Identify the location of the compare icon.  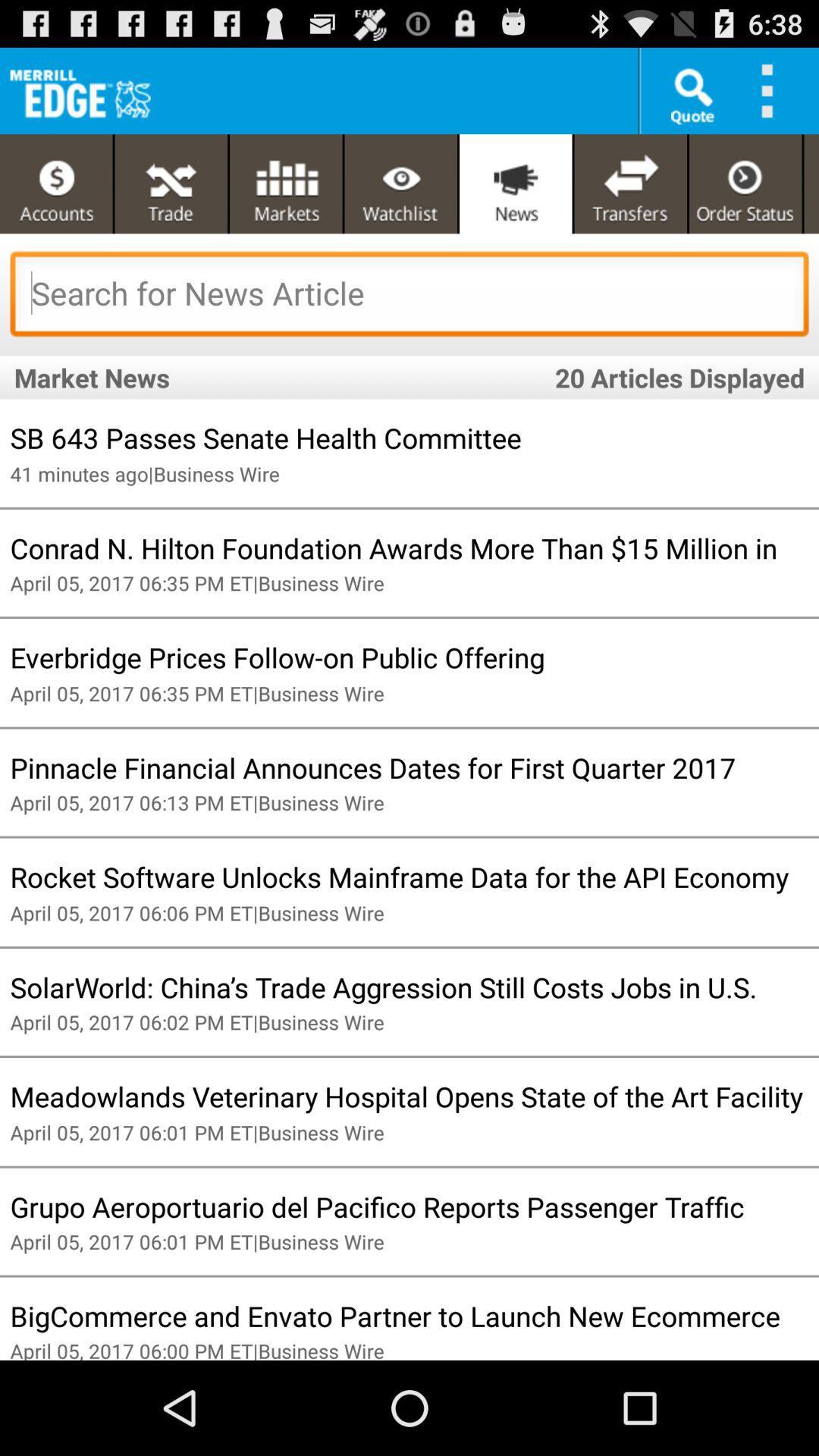
(630, 196).